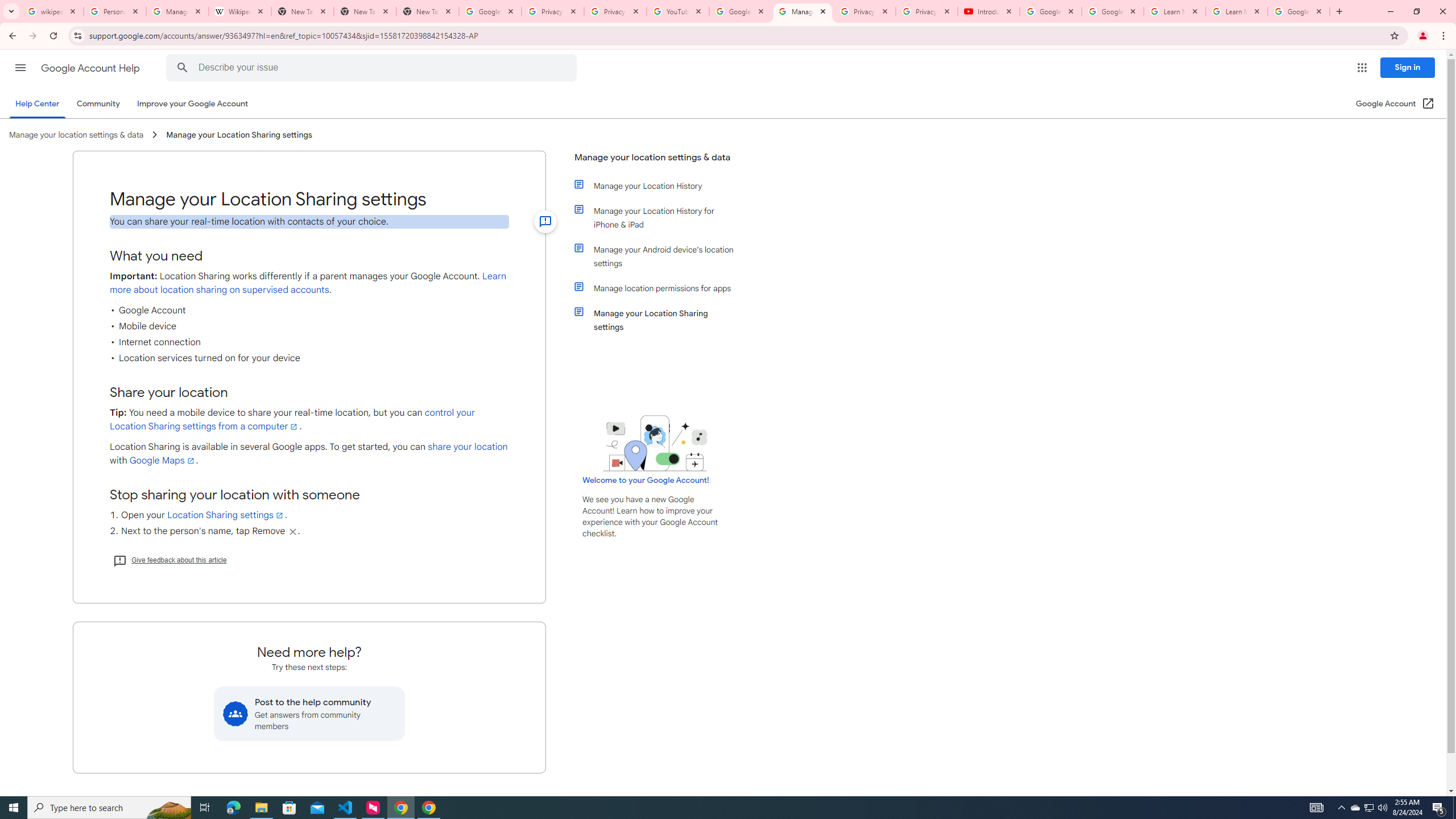 This screenshot has height=819, width=1456. Describe the element at coordinates (427, 11) in the screenshot. I see `'New Tab'` at that location.